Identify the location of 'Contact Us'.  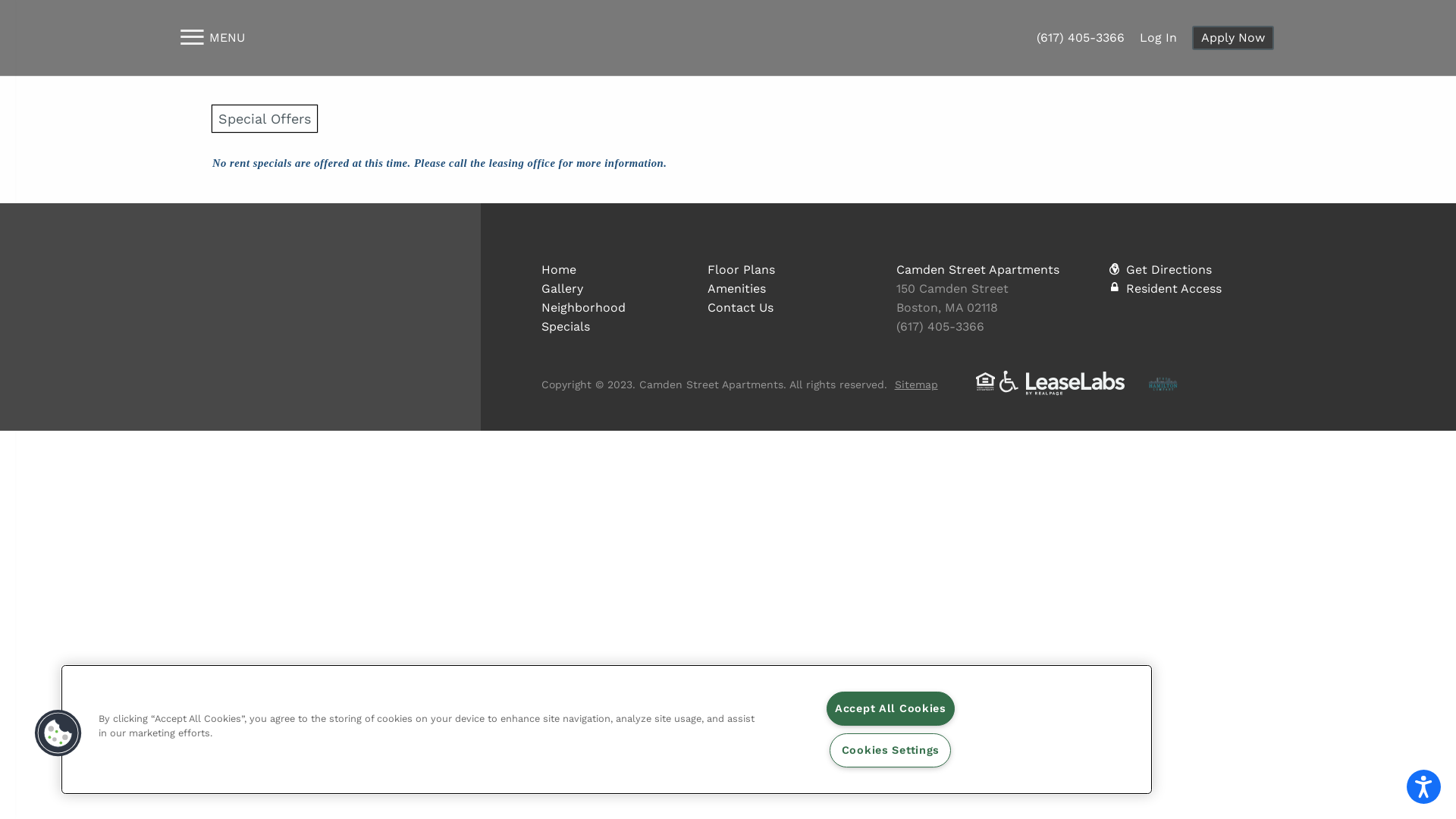
(740, 307).